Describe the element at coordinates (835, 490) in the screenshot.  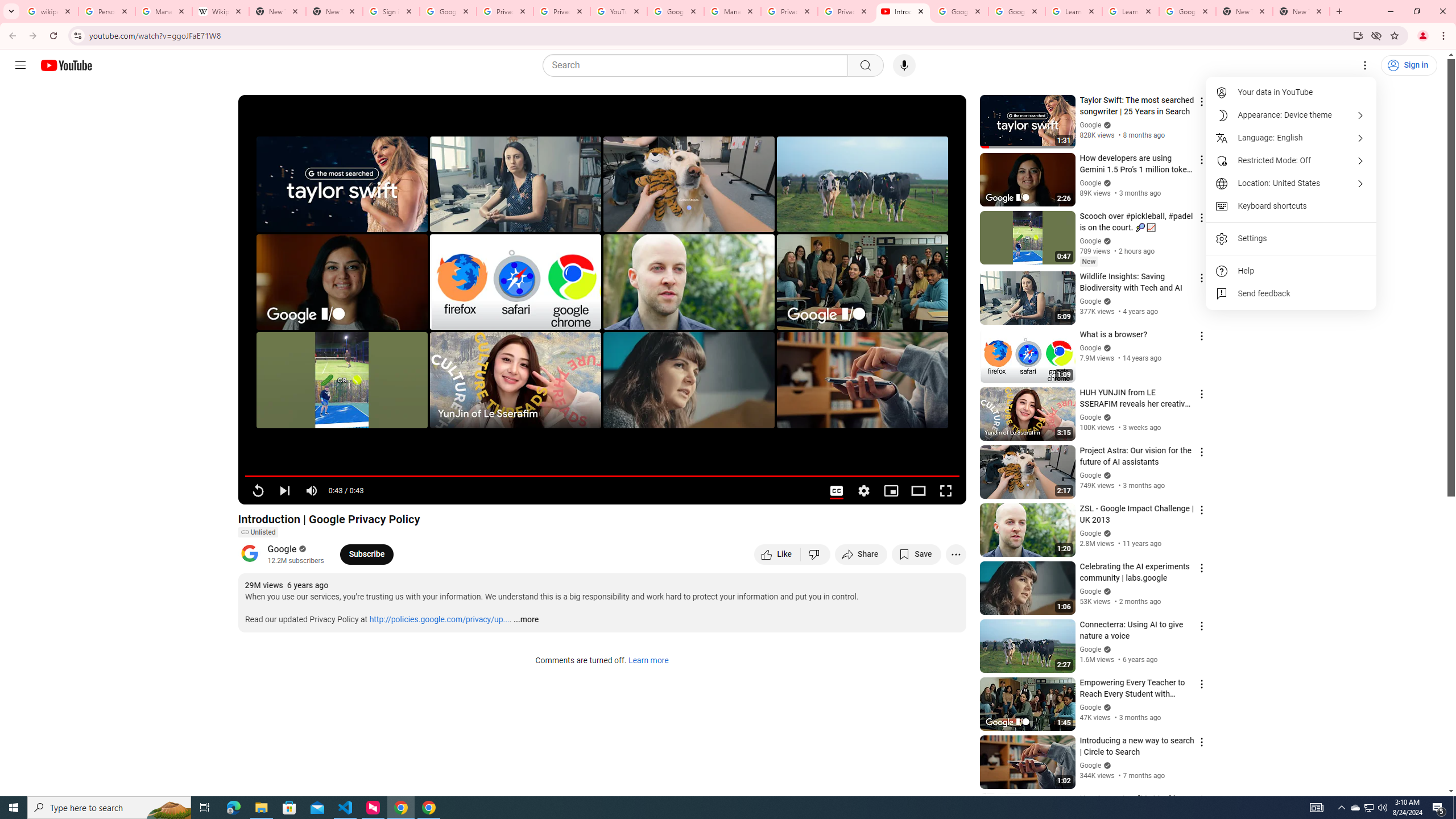
I see `'Subtitles/closed captions unavailable'` at that location.